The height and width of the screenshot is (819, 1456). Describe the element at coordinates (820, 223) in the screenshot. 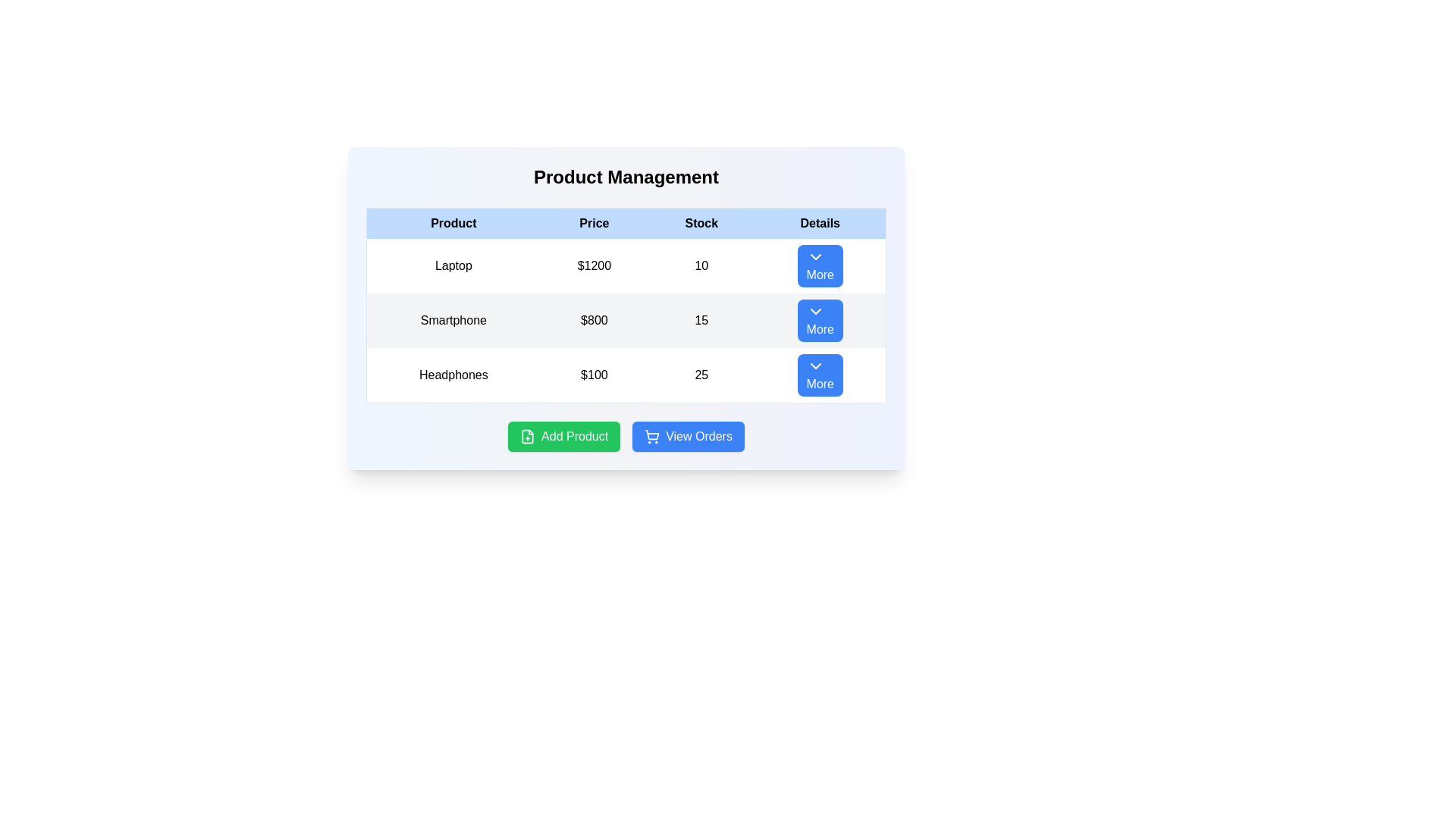

I see `the 'Details' text label in the upper-right corner of the table header, which is displayed in bold black font on a light blue background` at that location.